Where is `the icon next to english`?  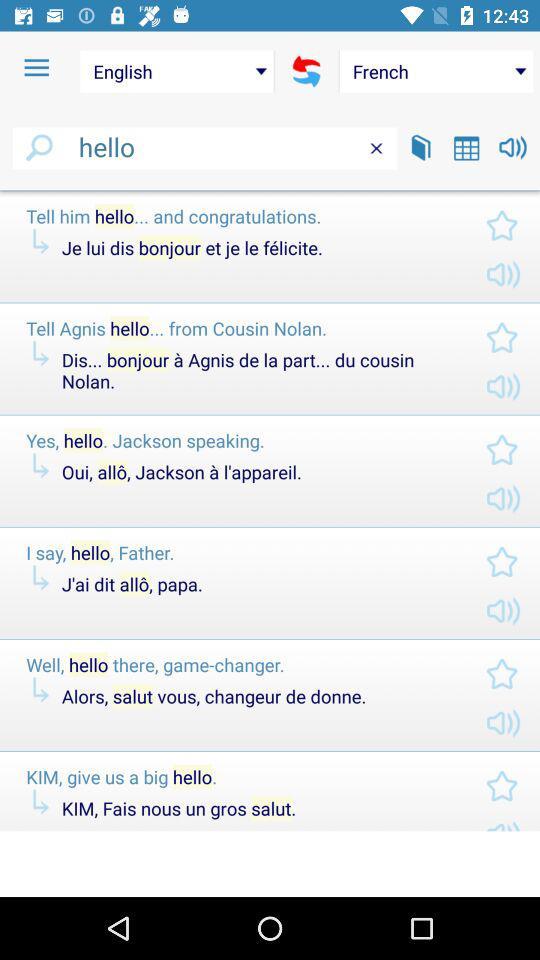 the icon next to english is located at coordinates (306, 71).